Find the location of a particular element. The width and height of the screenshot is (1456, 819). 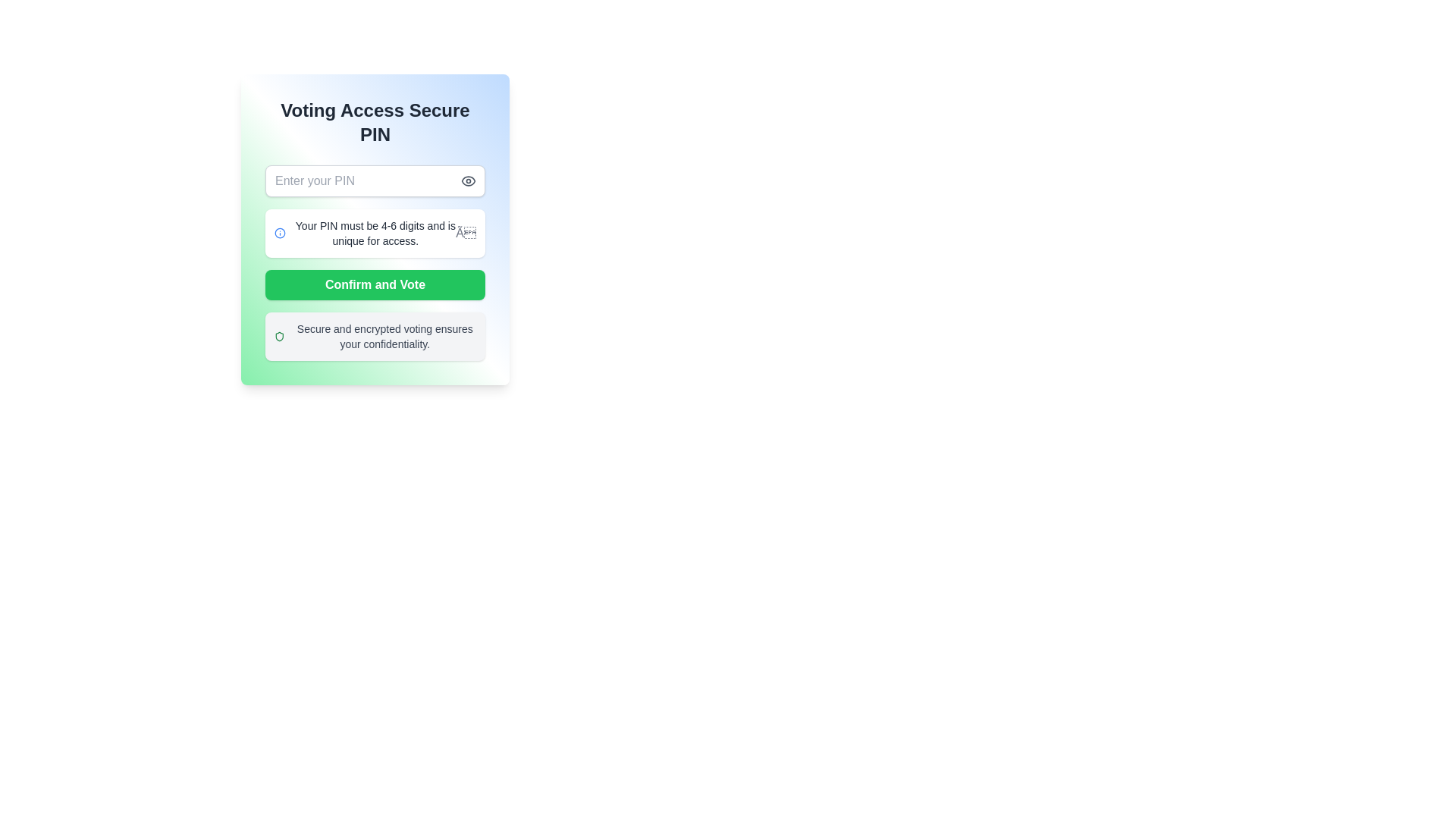

the green confirmation button located in the middle section of the card layout to confirm and submit the vote is located at coordinates (375, 284).